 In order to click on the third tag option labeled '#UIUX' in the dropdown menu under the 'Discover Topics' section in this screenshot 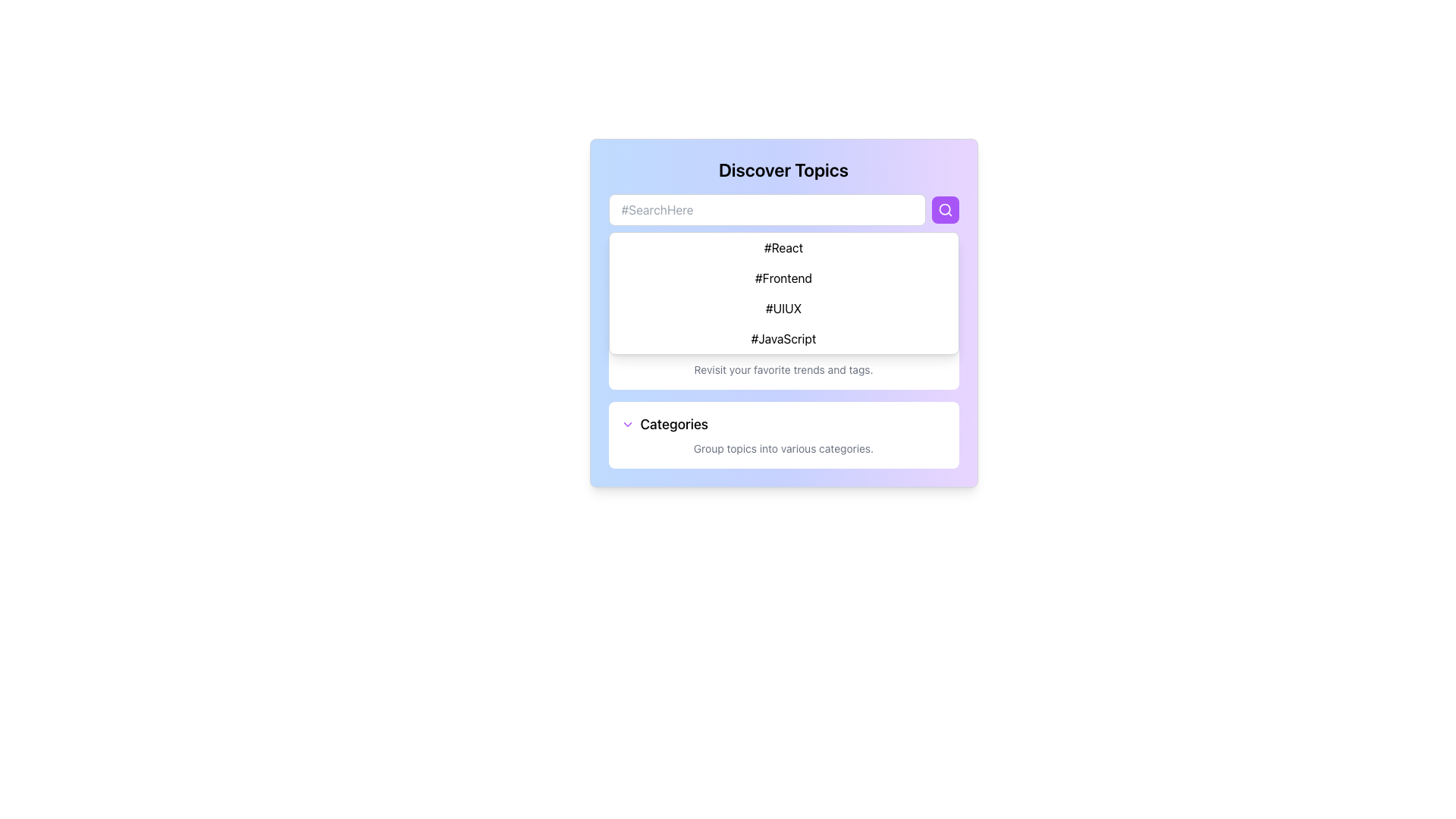, I will do `click(783, 308)`.